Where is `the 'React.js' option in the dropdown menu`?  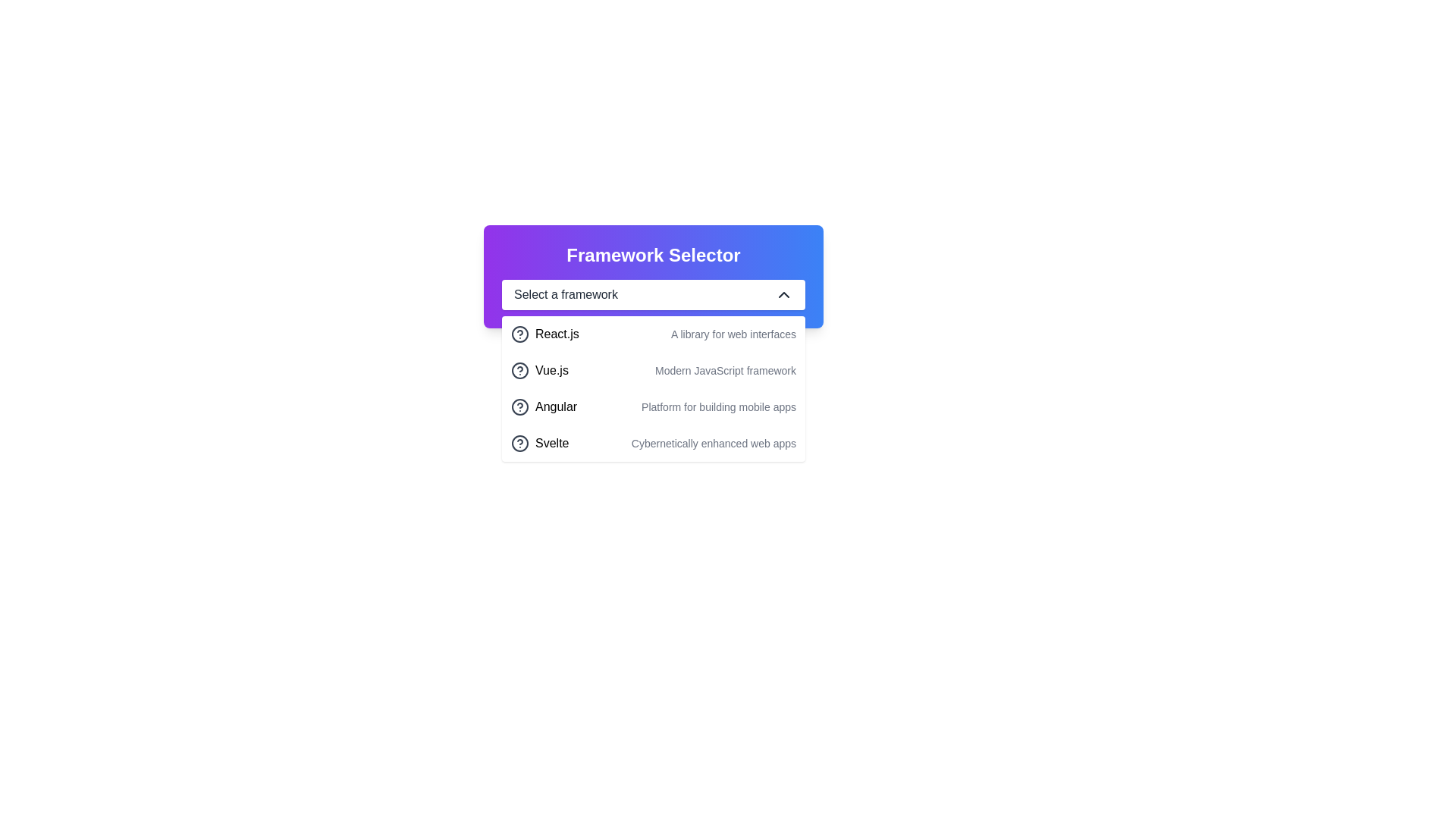 the 'React.js' option in the dropdown menu is located at coordinates (556, 333).